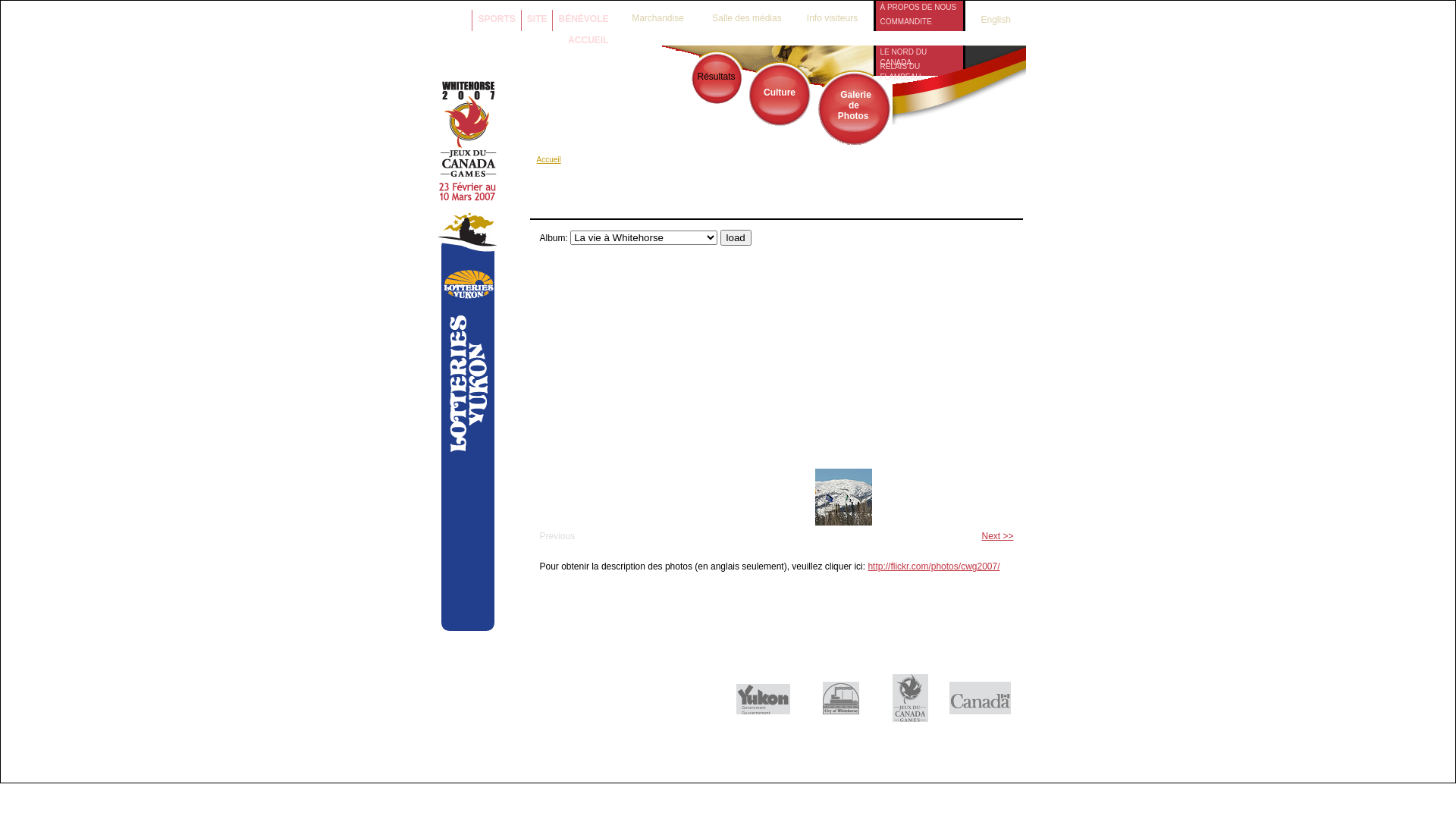 The width and height of the screenshot is (1456, 819). I want to click on 'SPORTS', so click(496, 17).